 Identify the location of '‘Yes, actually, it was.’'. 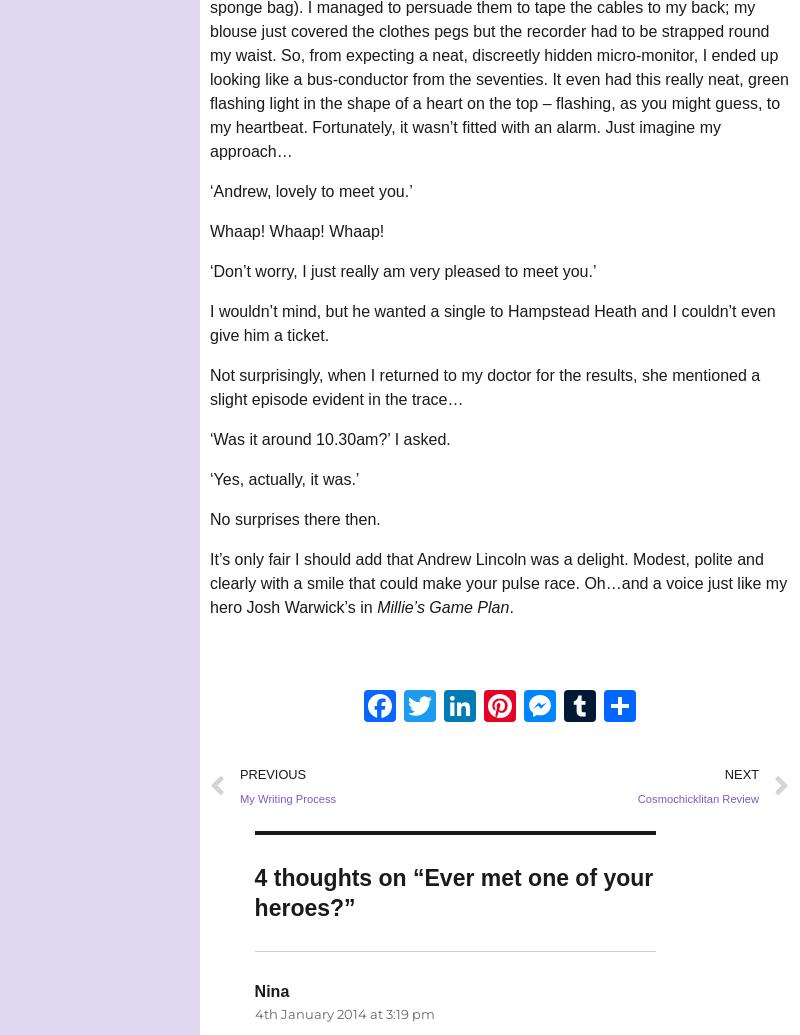
(210, 479).